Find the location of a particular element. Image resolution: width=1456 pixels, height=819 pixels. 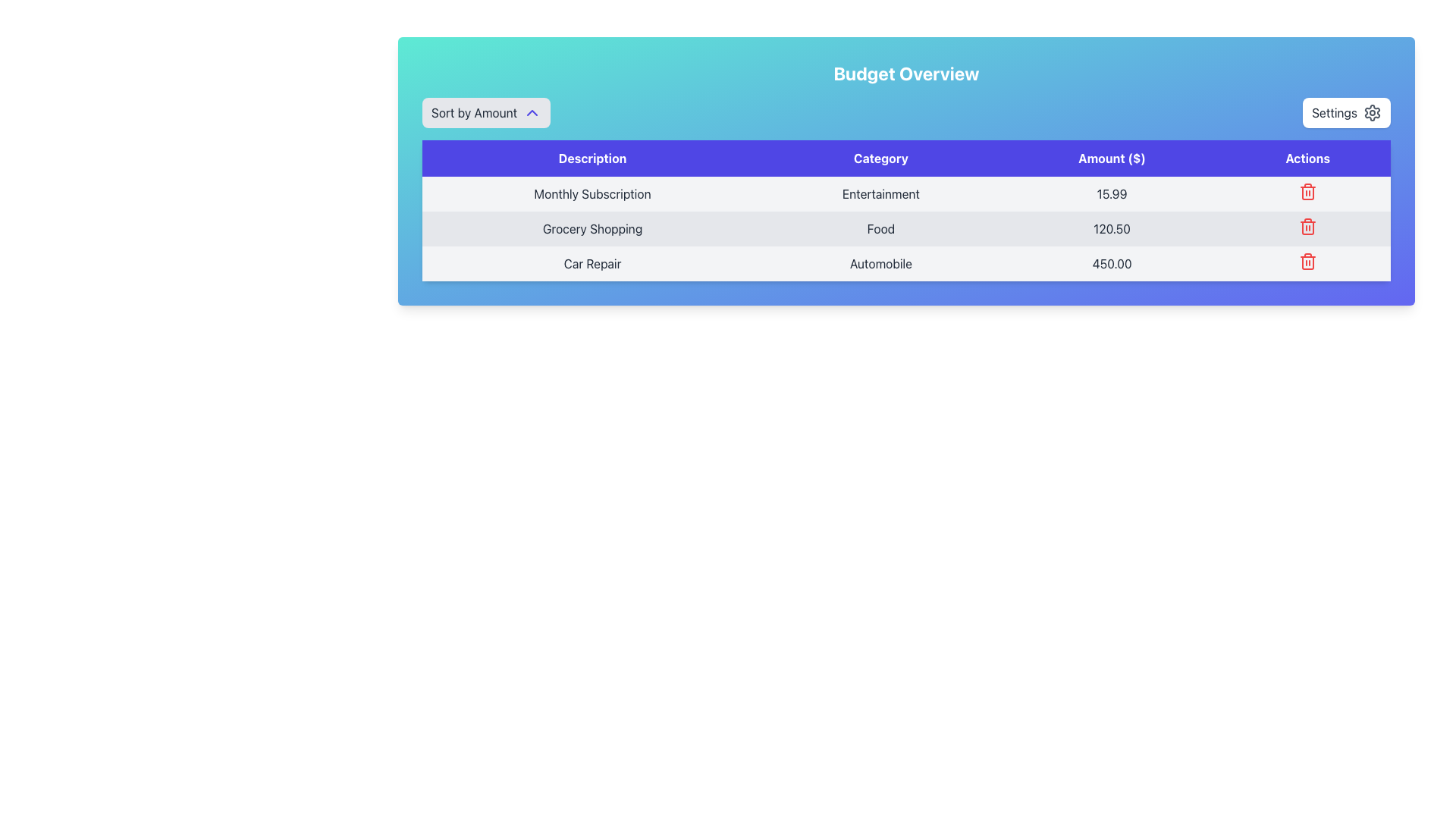

text displayed in the 'Grocery Shopping' Text element located in the second row of the table under the 'Description' column is located at coordinates (591, 228).